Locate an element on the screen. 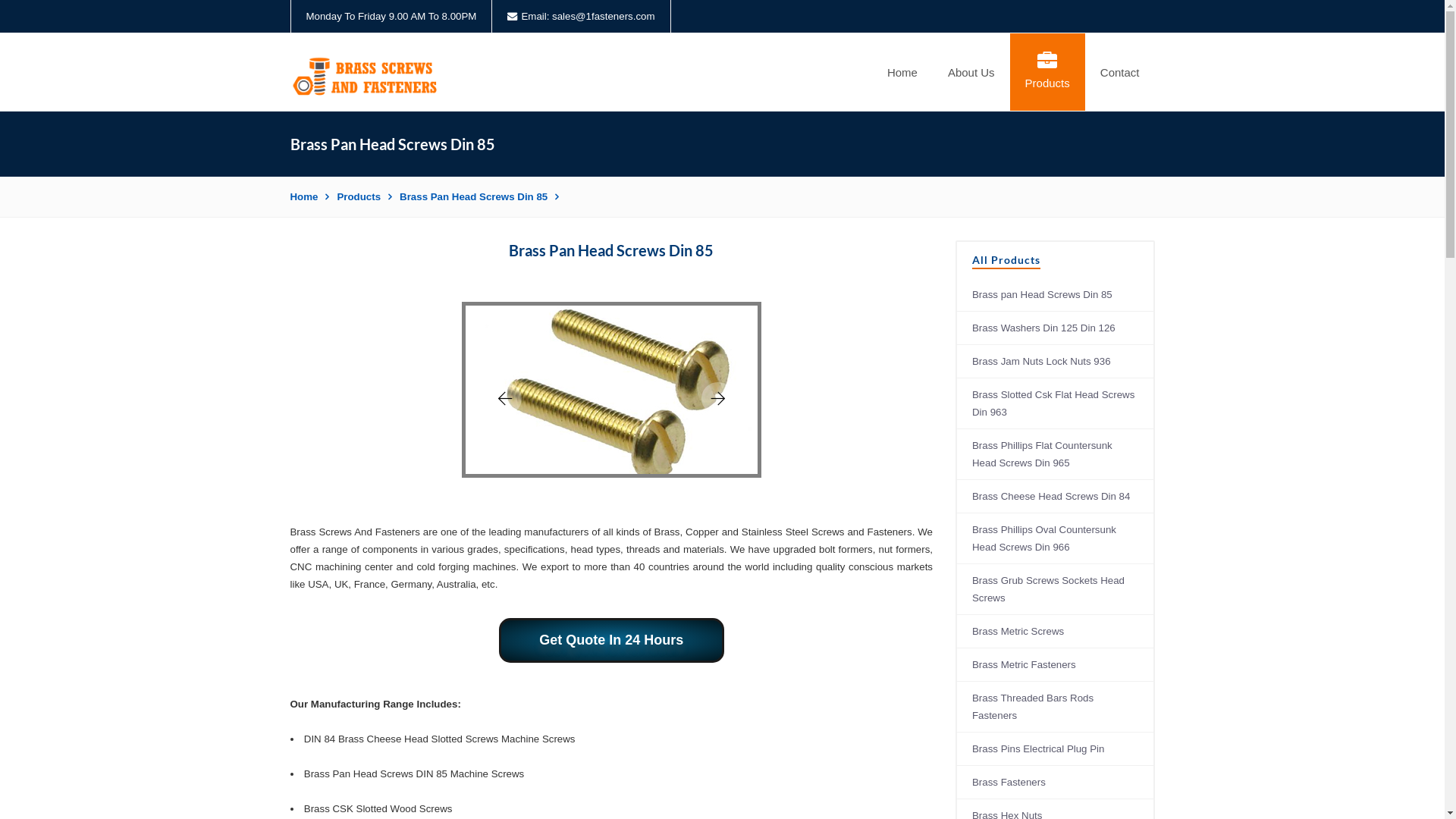  'Brass Fasteners' is located at coordinates (1054, 783).